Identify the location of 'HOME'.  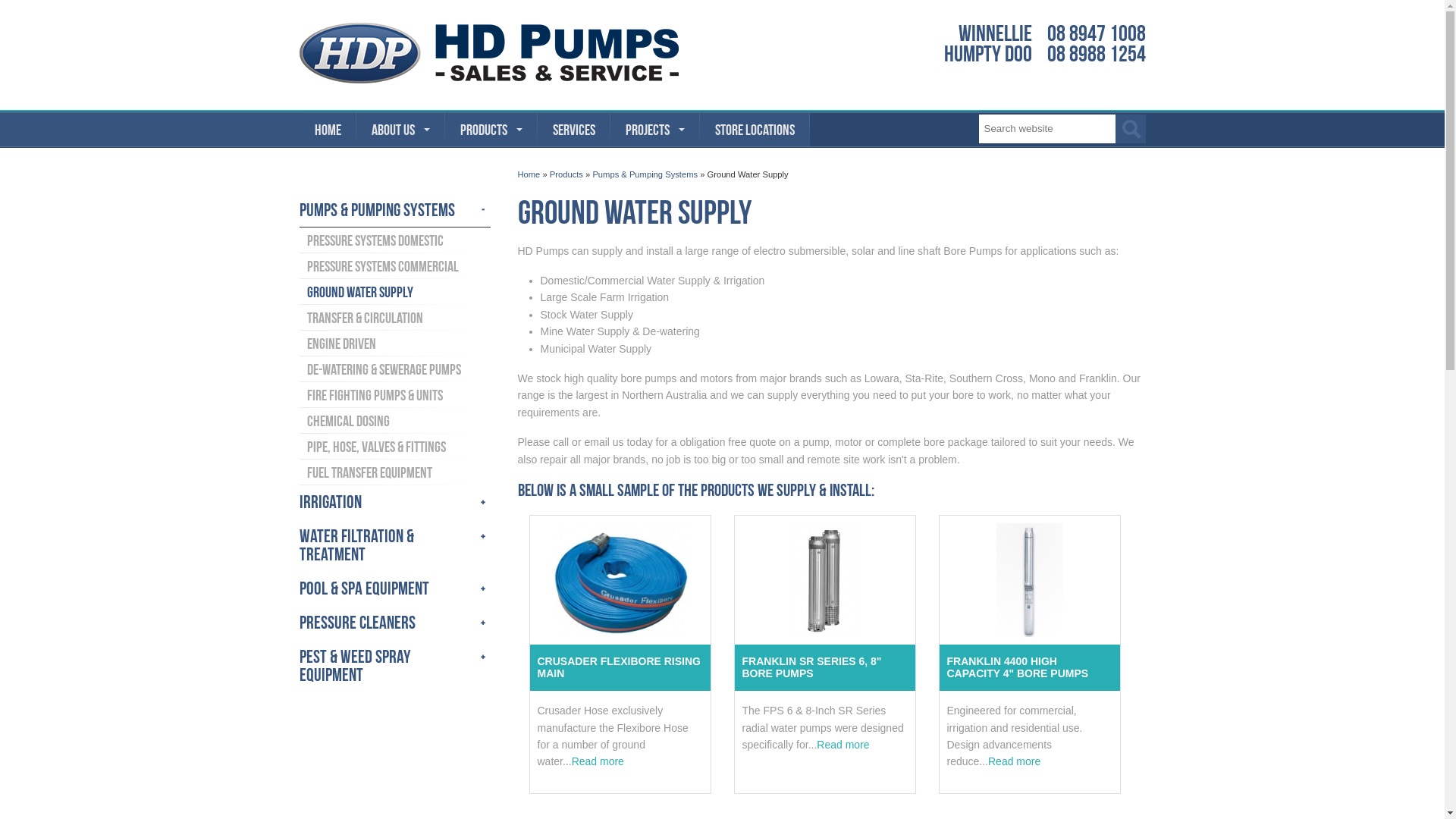
(326, 128).